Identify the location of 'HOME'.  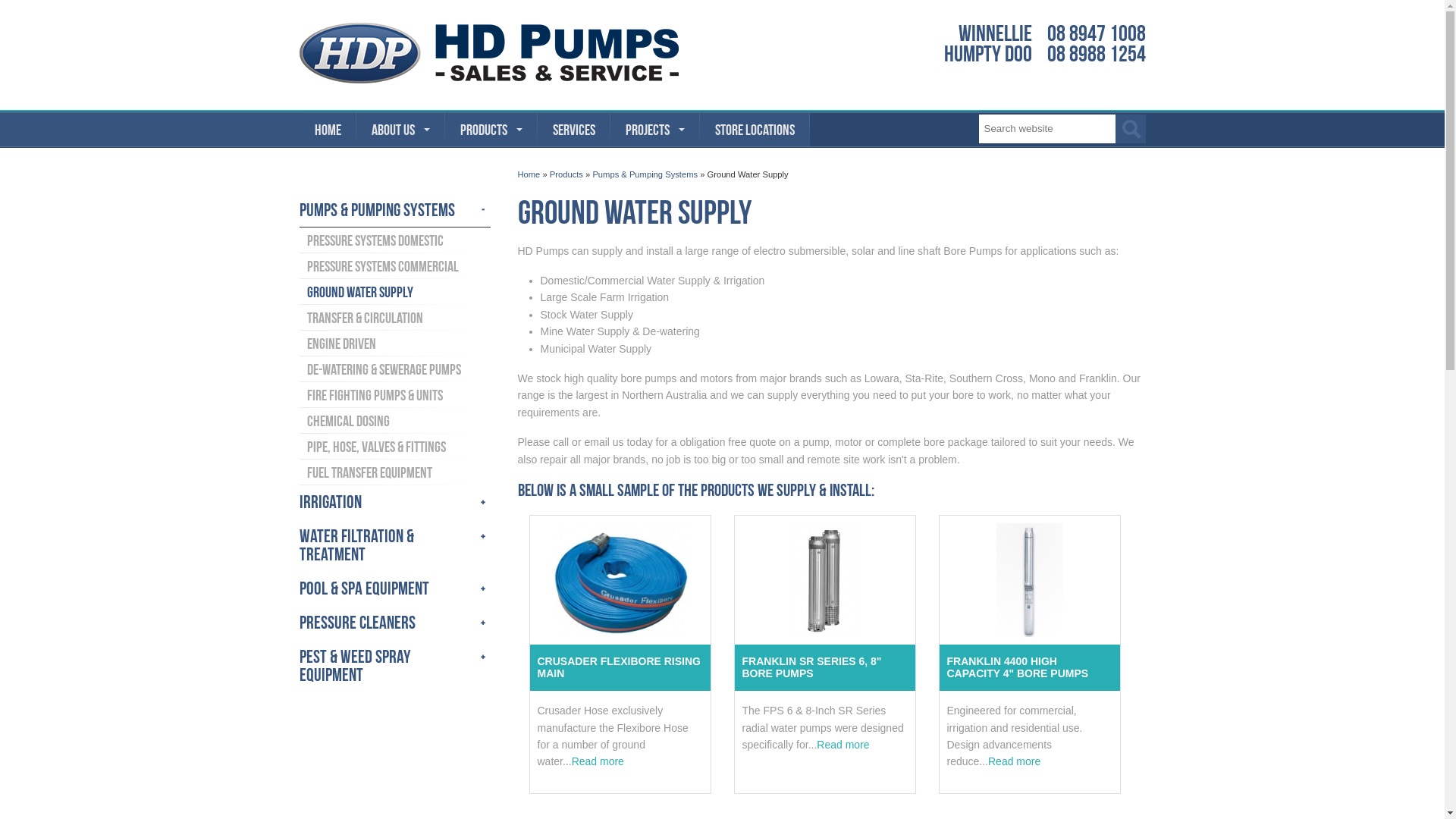
(326, 128).